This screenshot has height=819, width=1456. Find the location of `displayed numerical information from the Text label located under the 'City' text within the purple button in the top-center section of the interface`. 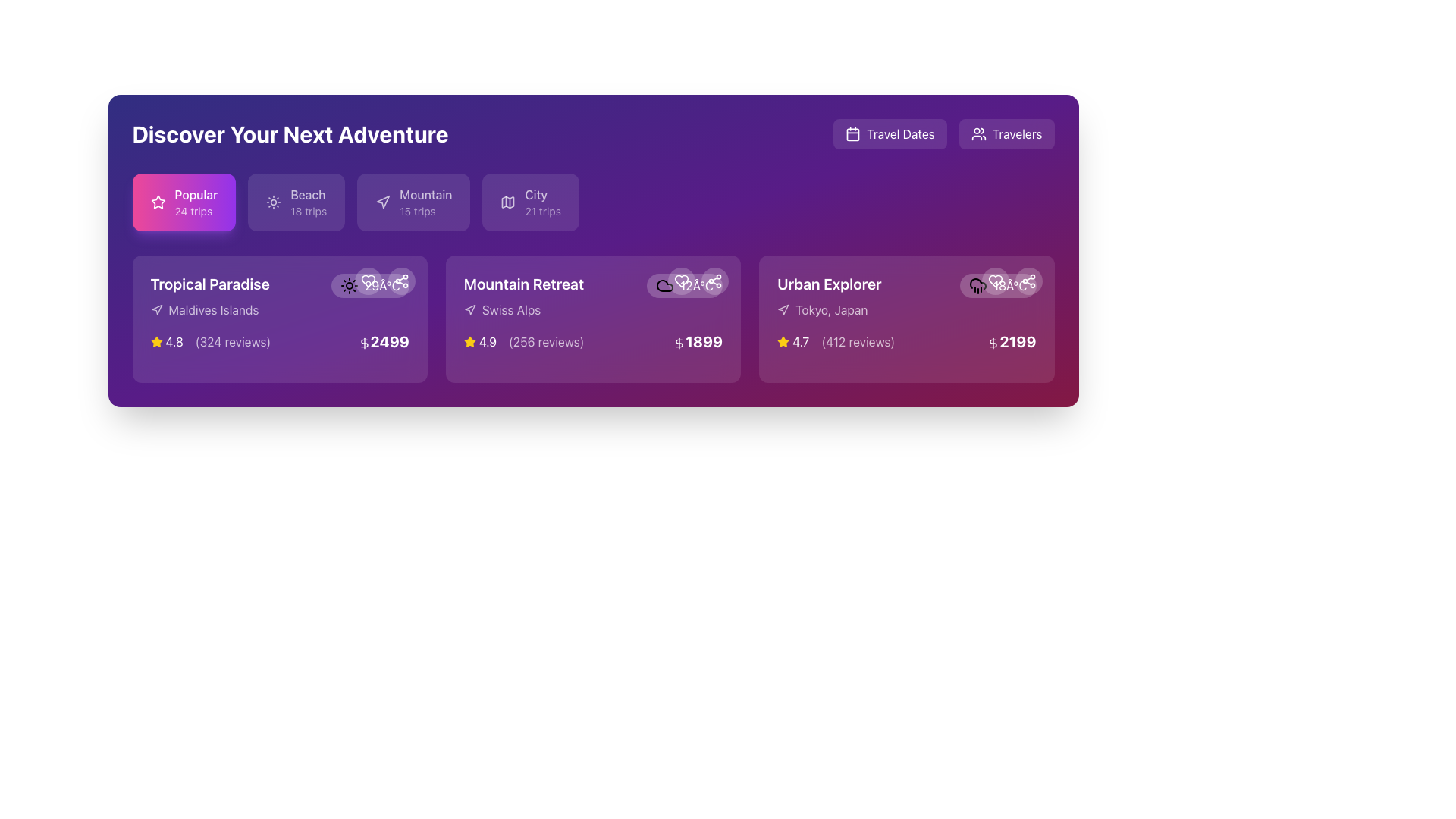

displayed numerical information from the Text label located under the 'City' text within the purple button in the top-center section of the interface is located at coordinates (543, 211).